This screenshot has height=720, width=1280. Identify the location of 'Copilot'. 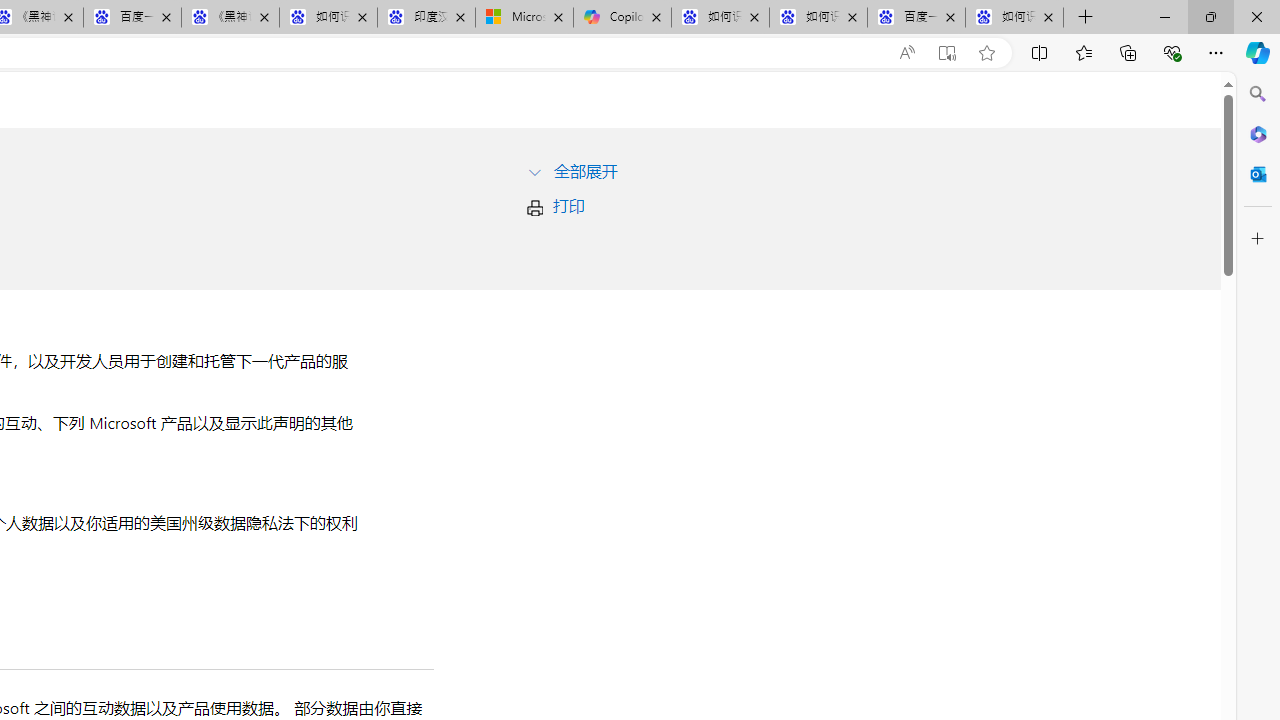
(621, 17).